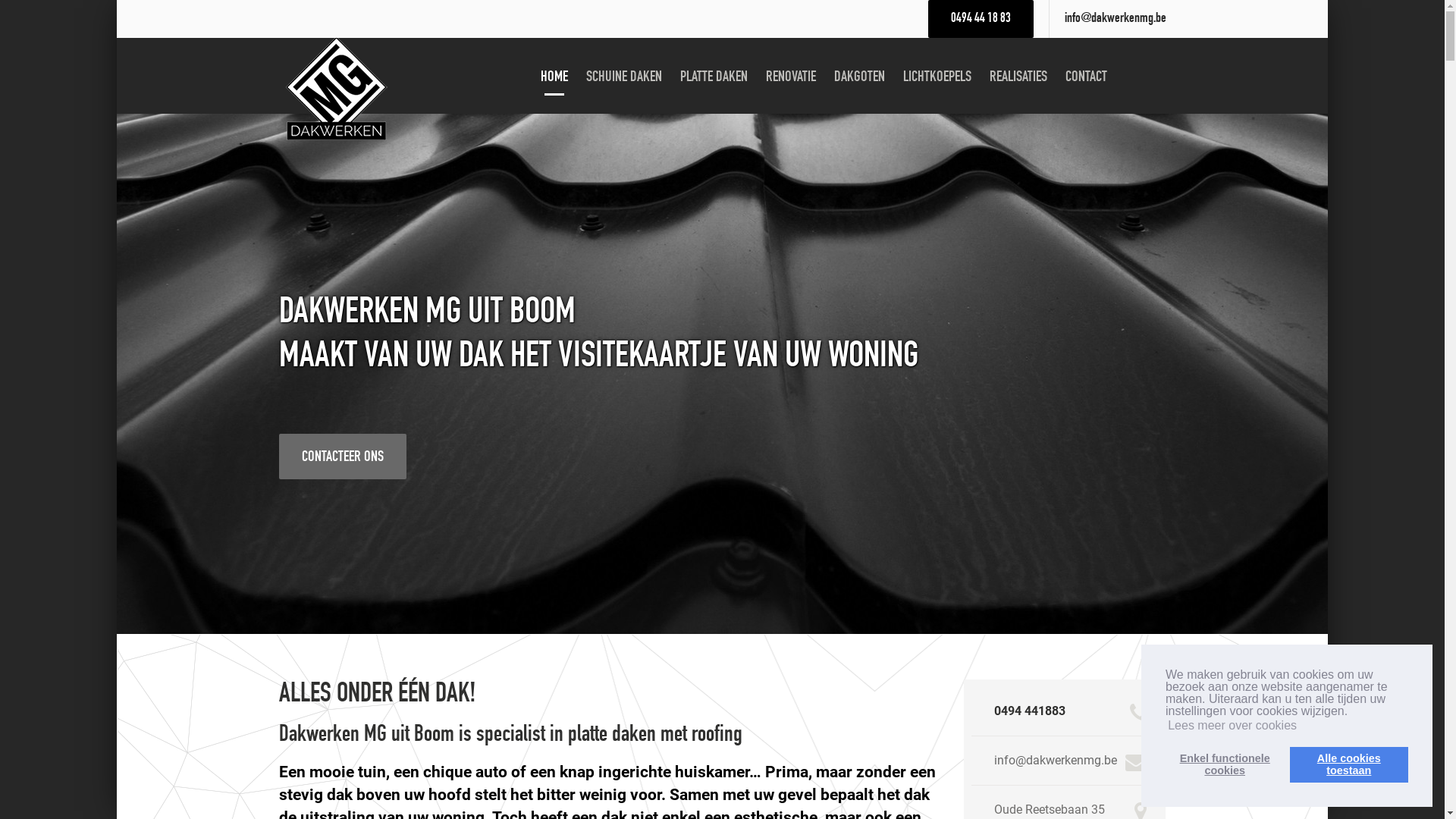 The width and height of the screenshot is (1456, 819). What do you see at coordinates (341, 455) in the screenshot?
I see `'CONTACTEER ONS'` at bounding box center [341, 455].